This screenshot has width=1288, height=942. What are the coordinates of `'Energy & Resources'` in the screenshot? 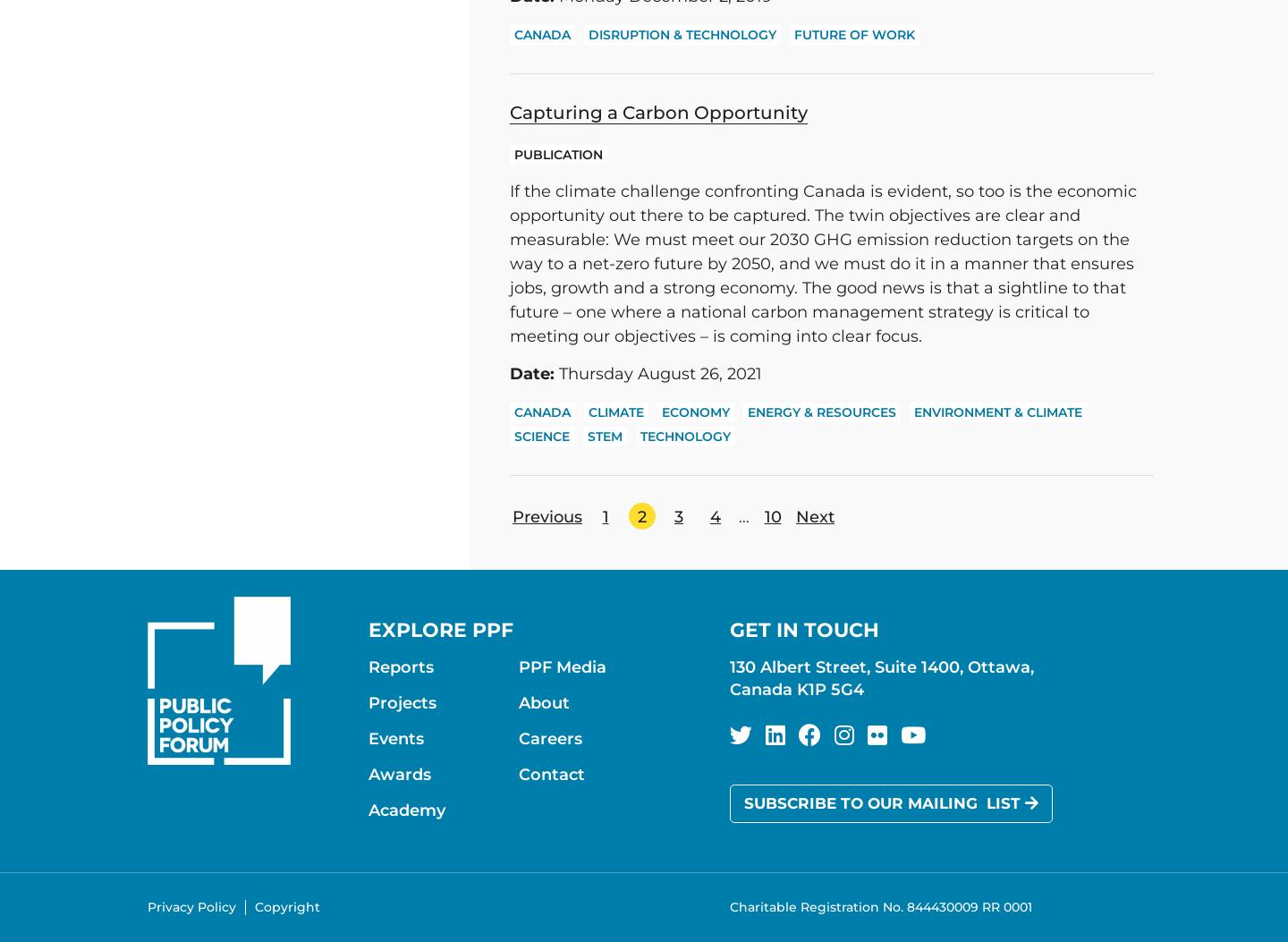 It's located at (748, 412).